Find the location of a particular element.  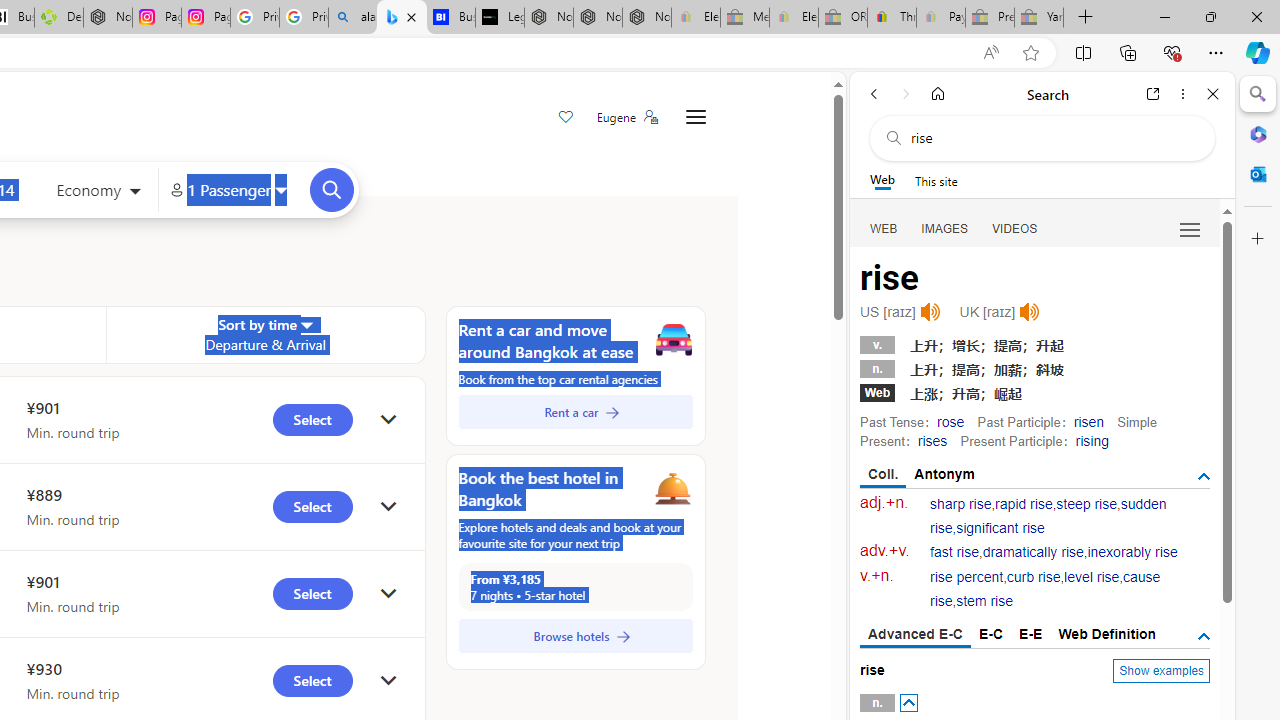

'AutomationID: posbtn_0' is located at coordinates (907, 702).